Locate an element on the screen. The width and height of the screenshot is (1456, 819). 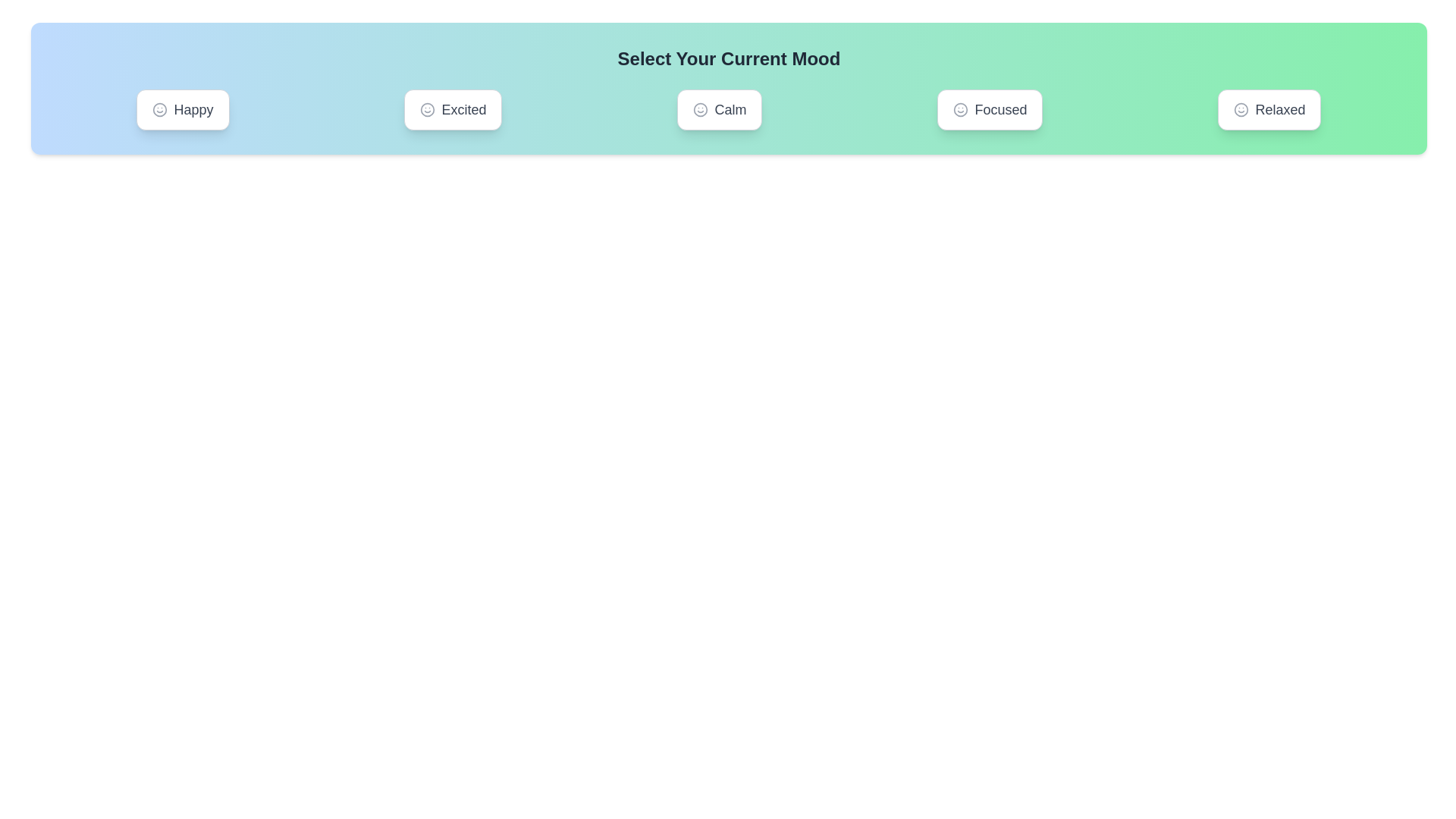
the mood Happy by clicking on its corresponding button is located at coordinates (182, 109).